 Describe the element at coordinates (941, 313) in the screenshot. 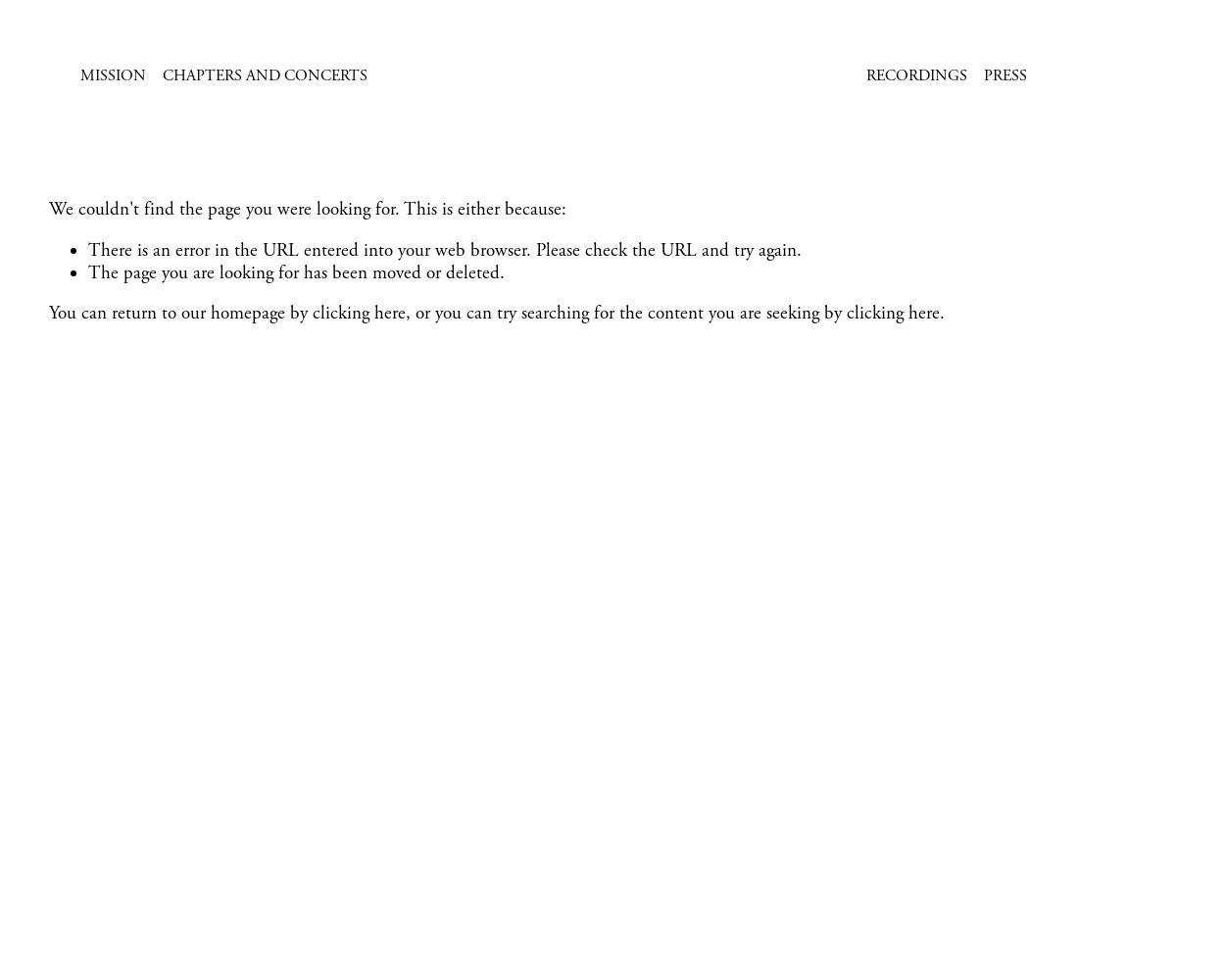

I see `'.'` at that location.